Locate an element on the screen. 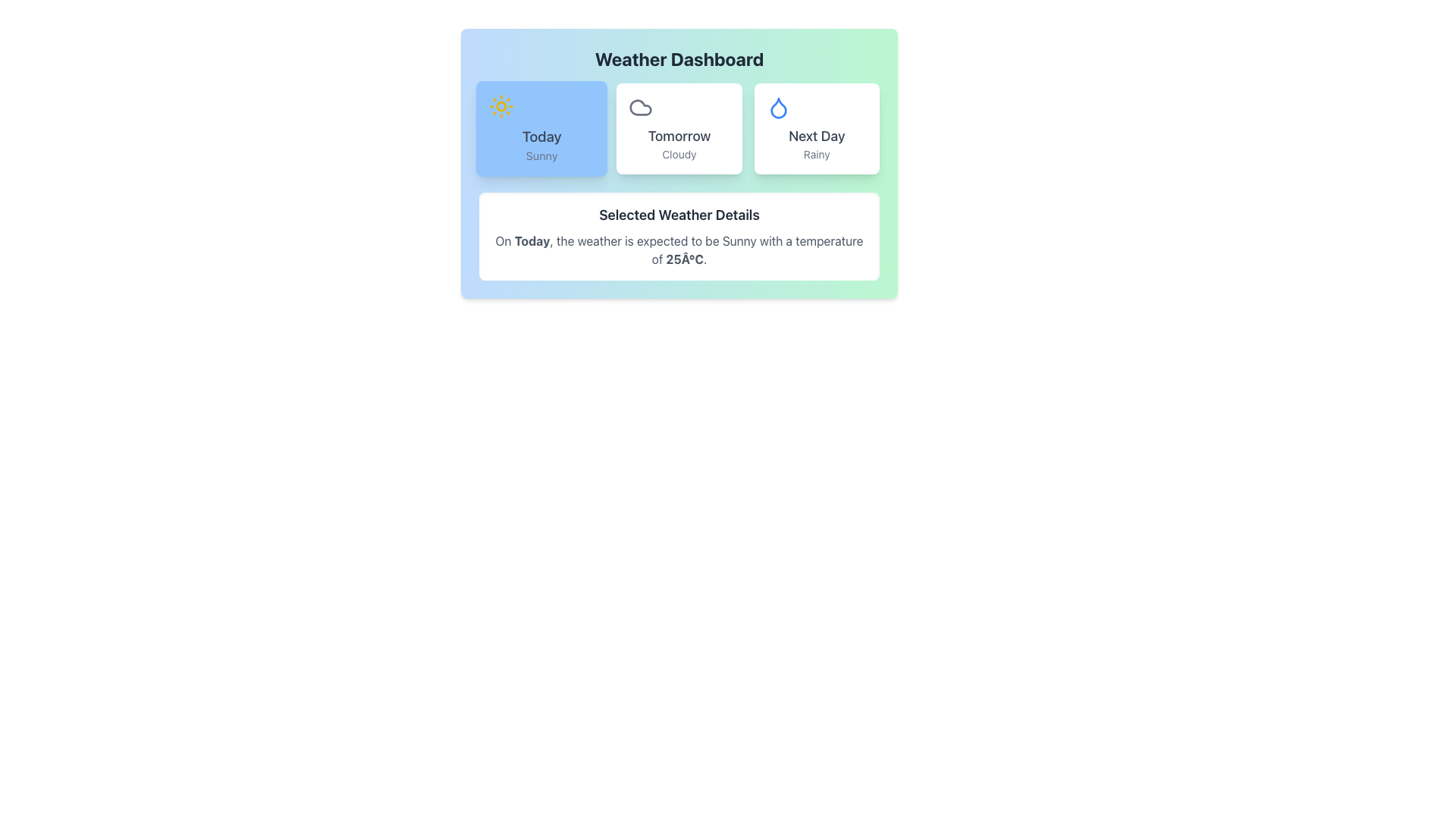  the text 'Today' displayed in a medium-sized, gray-colored font, located within a light blue rectangular card on the Weather Dashboard is located at coordinates (541, 136).